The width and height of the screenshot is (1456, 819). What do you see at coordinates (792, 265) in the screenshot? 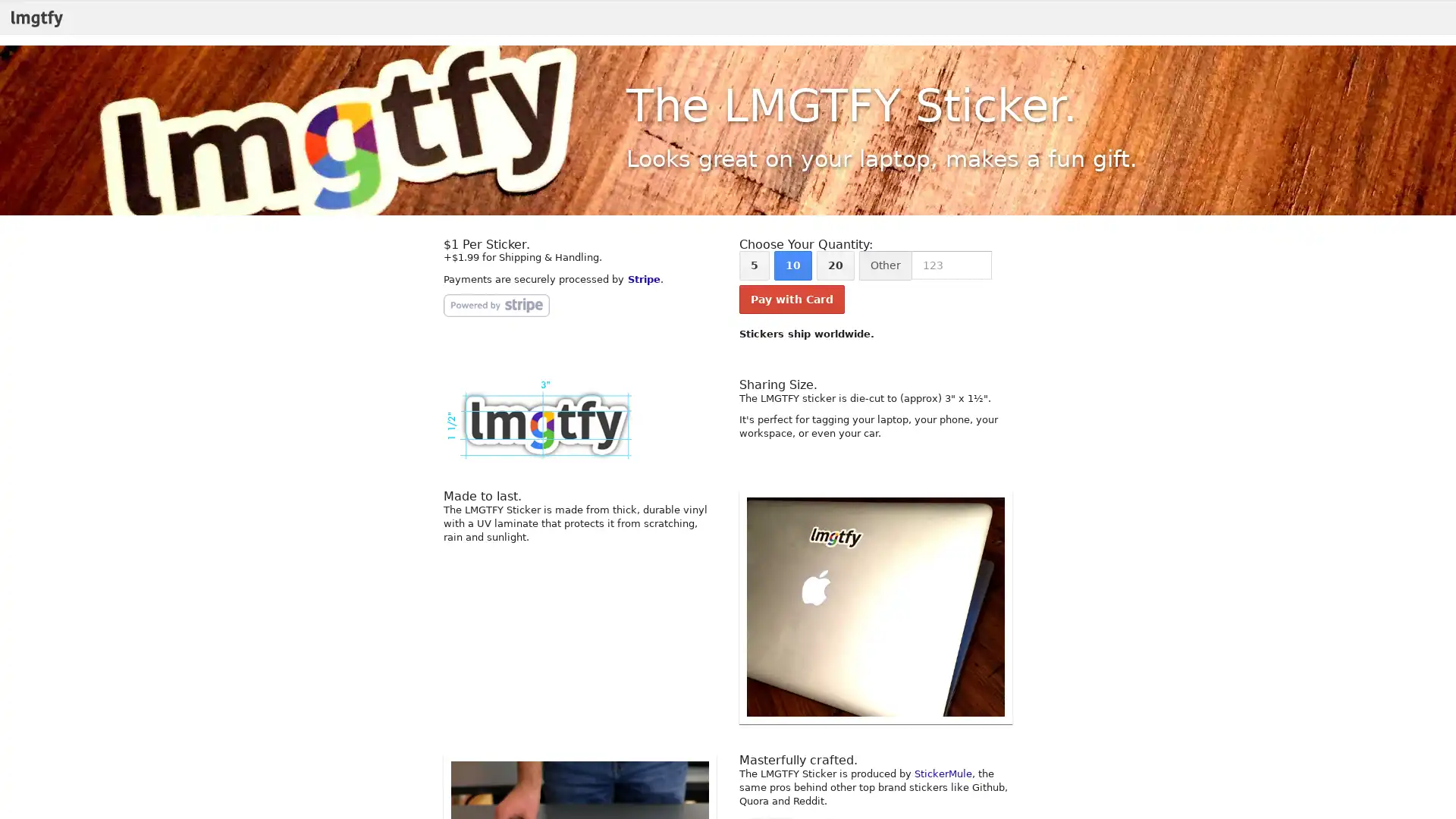
I see `10` at bounding box center [792, 265].